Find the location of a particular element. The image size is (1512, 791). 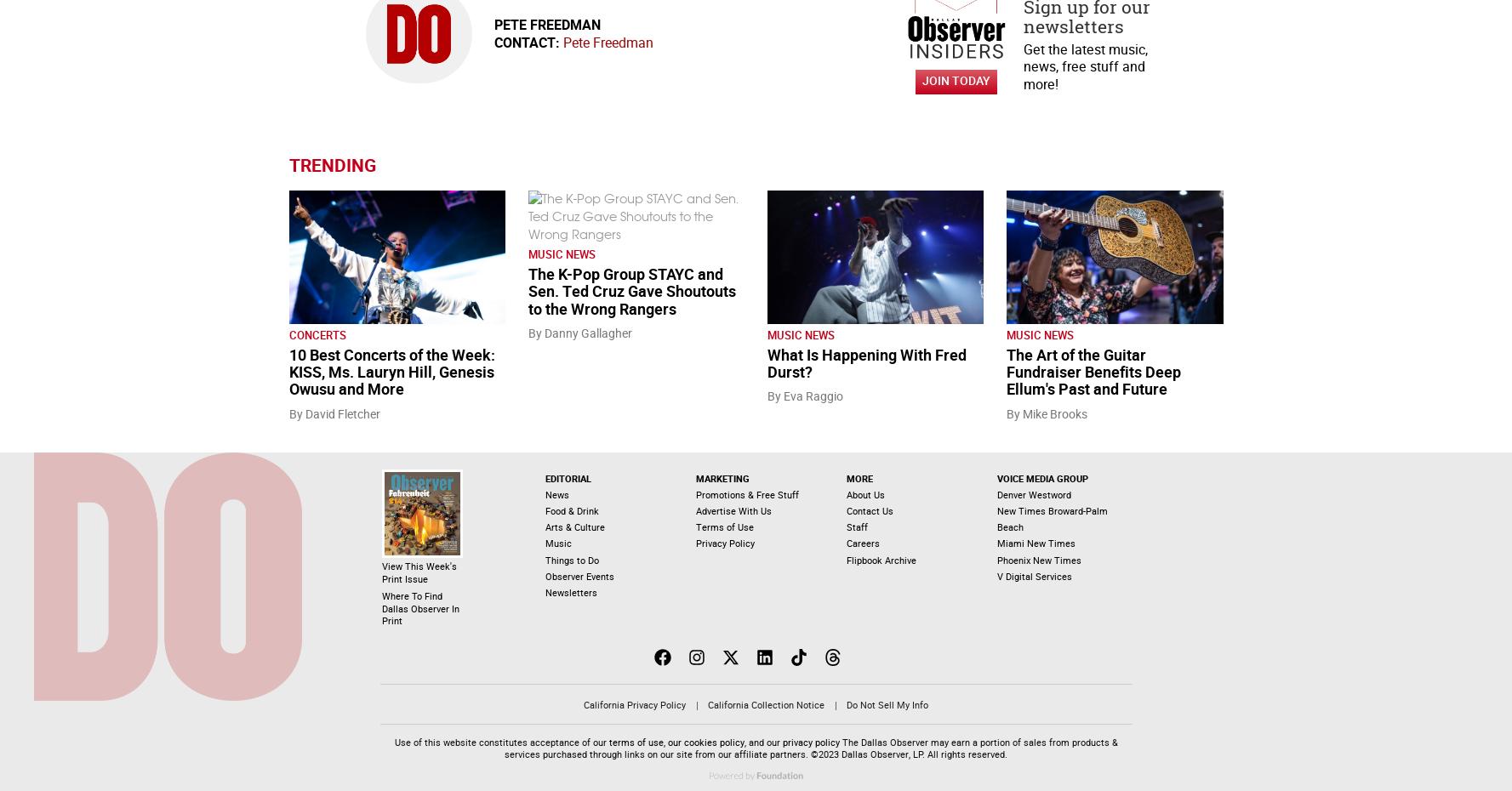

'privacy policy' is located at coordinates (810, 743).